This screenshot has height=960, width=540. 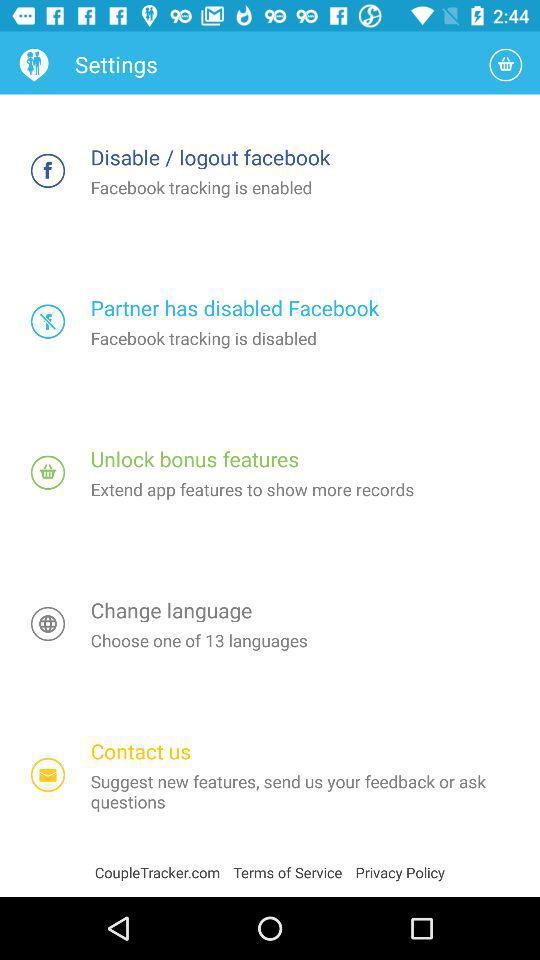 What do you see at coordinates (400, 871) in the screenshot?
I see `icon below suggest new features item` at bounding box center [400, 871].